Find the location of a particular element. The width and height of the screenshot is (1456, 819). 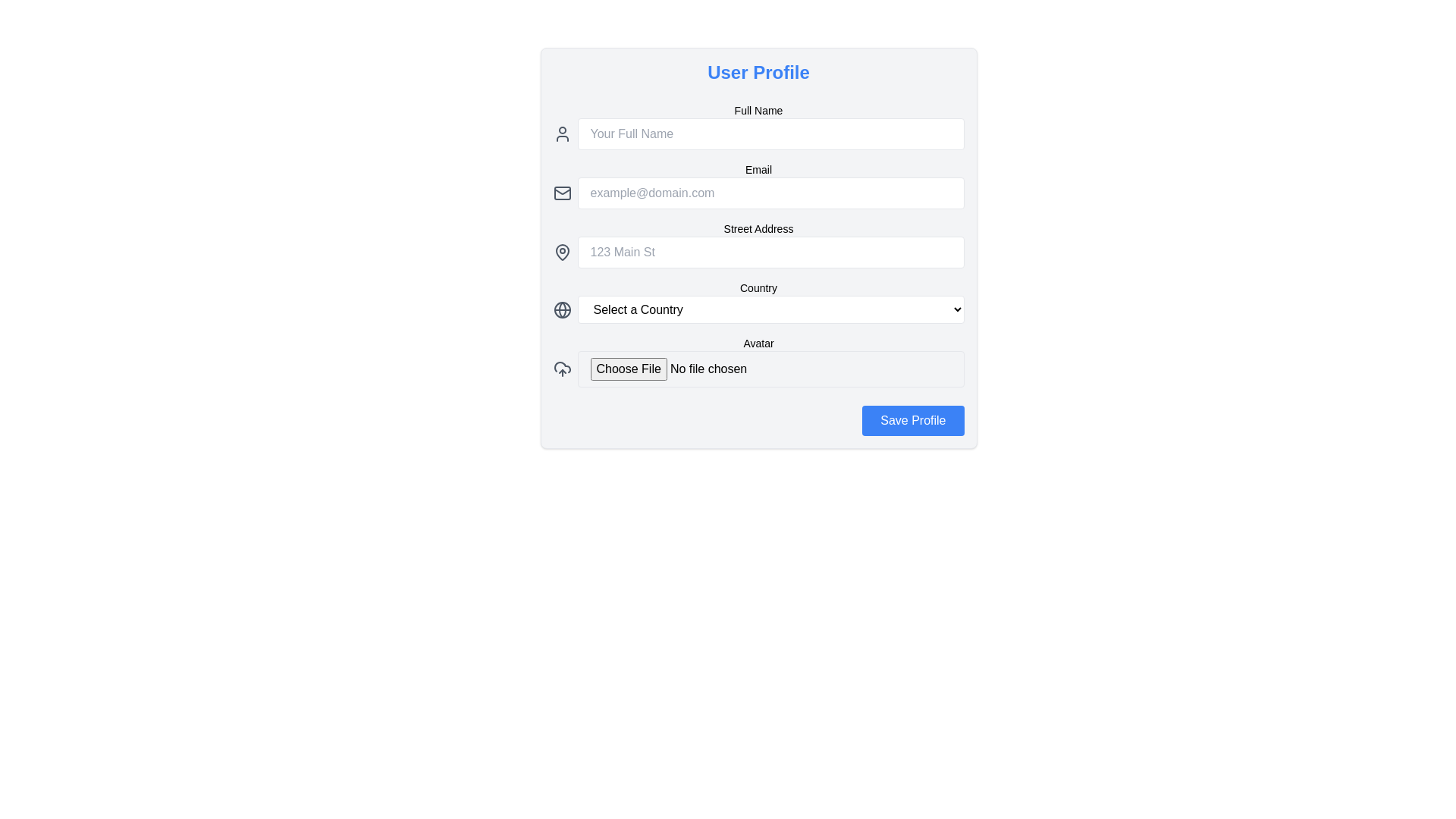

globe icon located to the left of the 'Select a Country' dropdown menu in the 'Country' section of the 'User Profile' form is located at coordinates (561, 309).